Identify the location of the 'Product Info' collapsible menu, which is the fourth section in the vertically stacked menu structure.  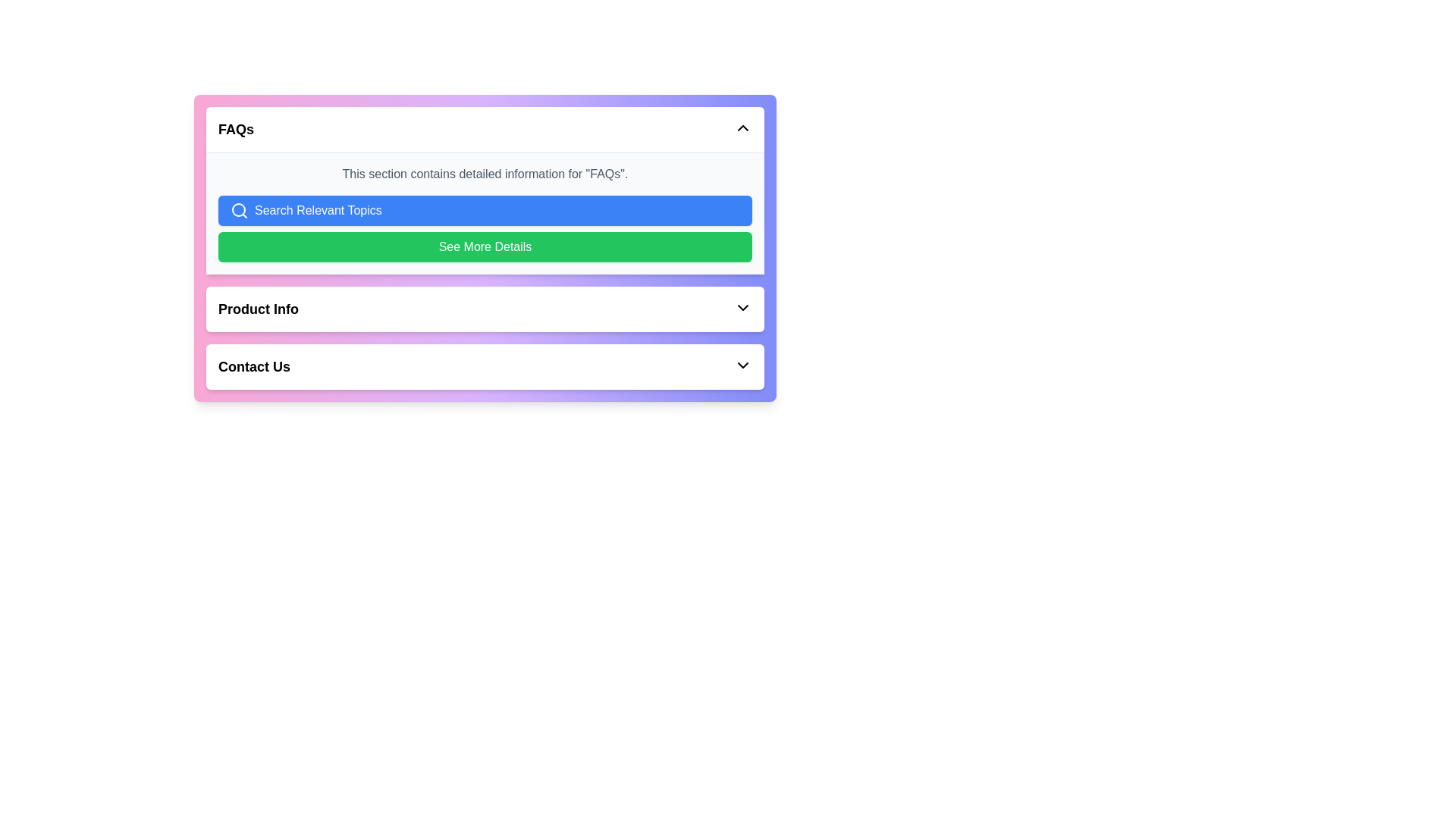
(484, 309).